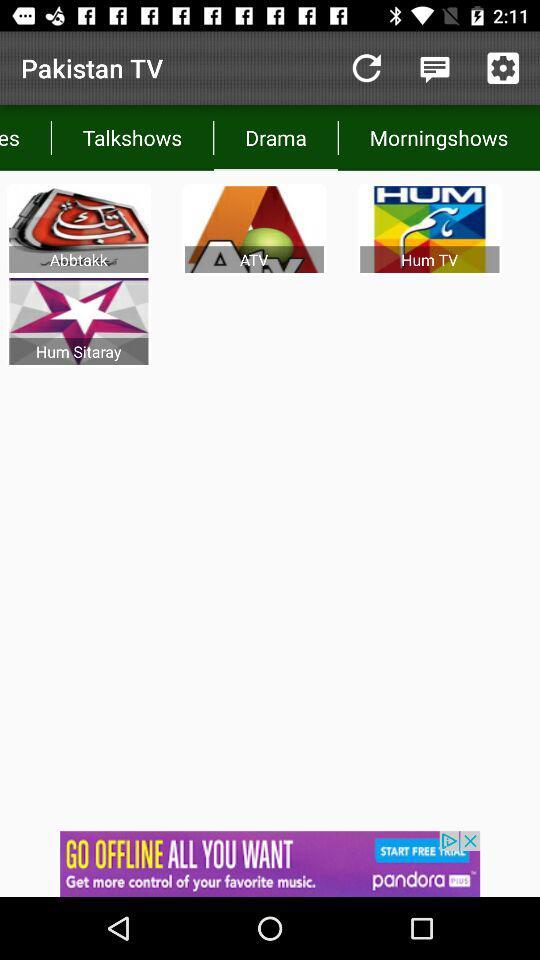 Image resolution: width=540 pixels, height=960 pixels. What do you see at coordinates (270, 863) in the screenshot?
I see `sponsored link` at bounding box center [270, 863].